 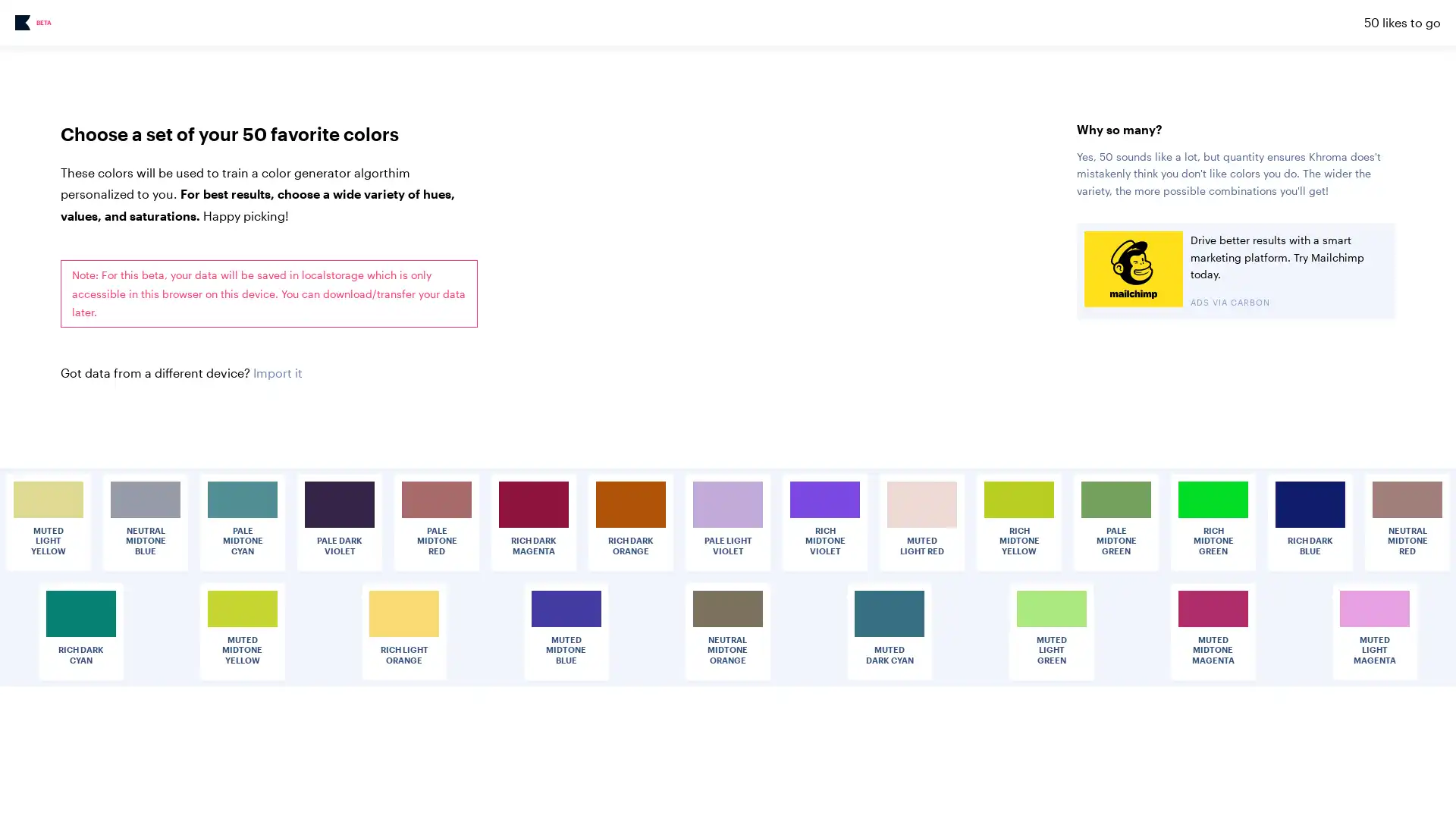 I want to click on Choose File, so click(x=291, y=374).